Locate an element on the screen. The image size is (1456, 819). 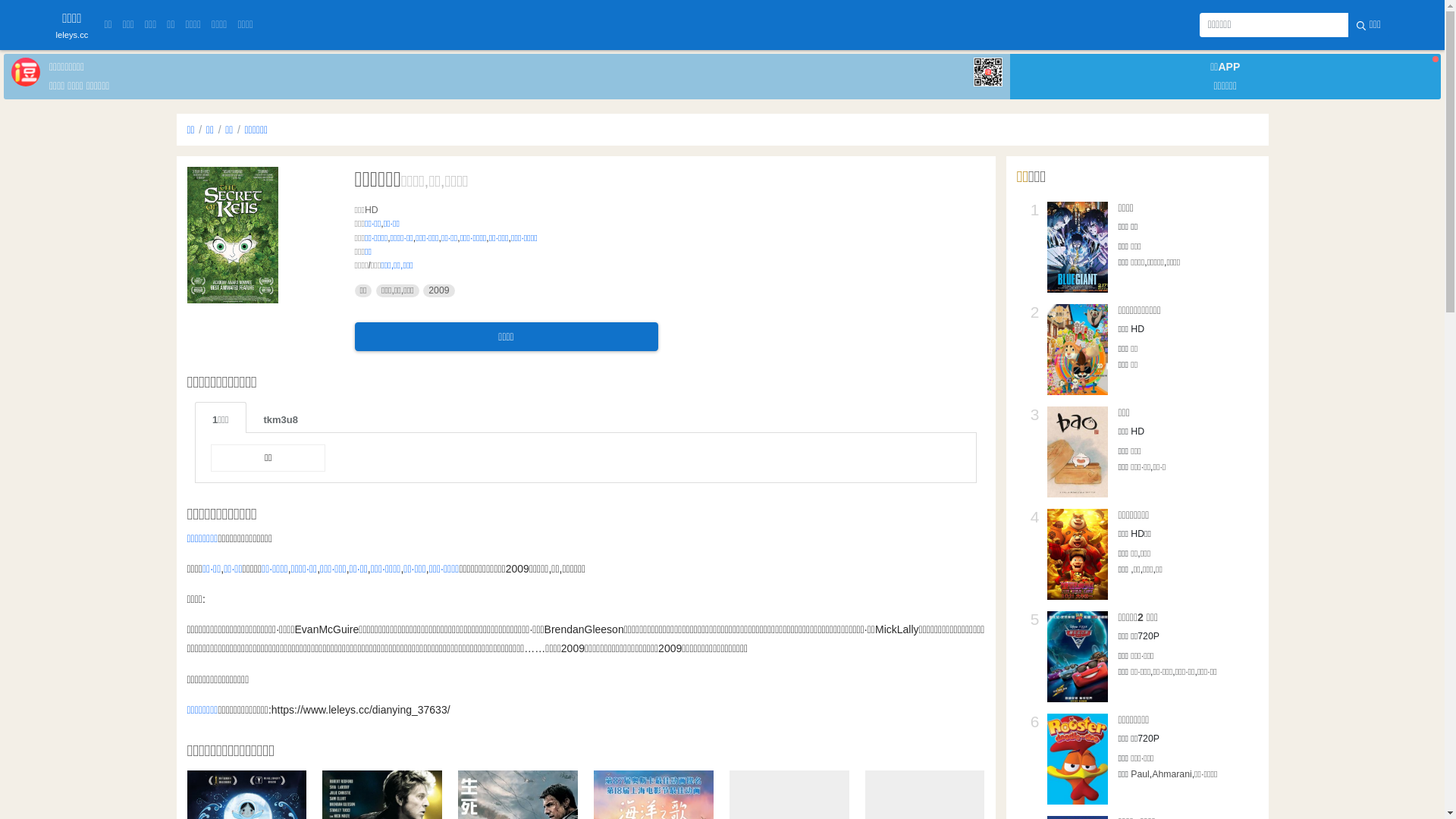
'Paul' is located at coordinates (1140, 774).